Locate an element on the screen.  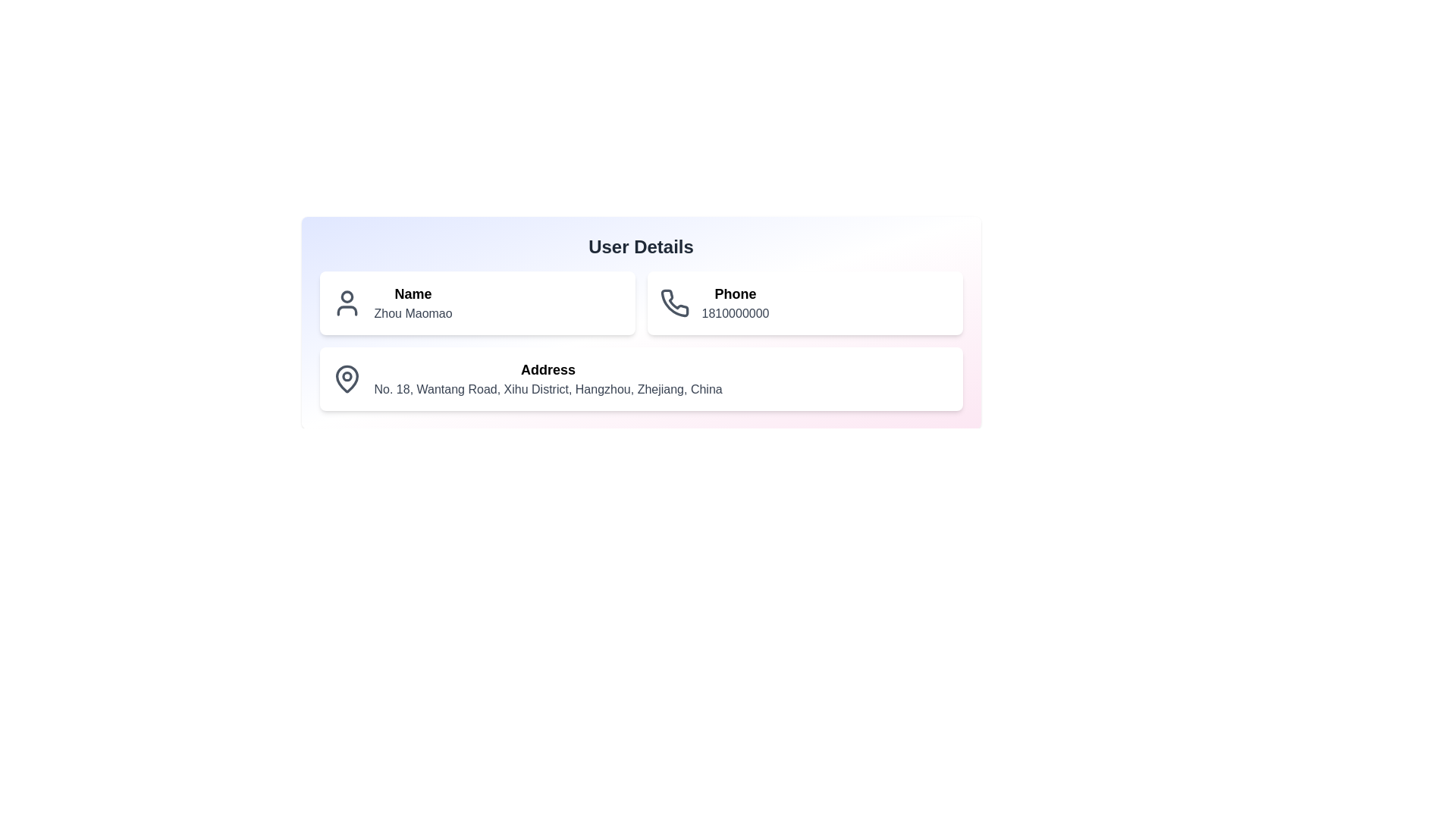
the 'User Details' text header, which is a large, bold, dark gray centered text element with a gradient background, positioned at the top center of the user information section is located at coordinates (641, 246).